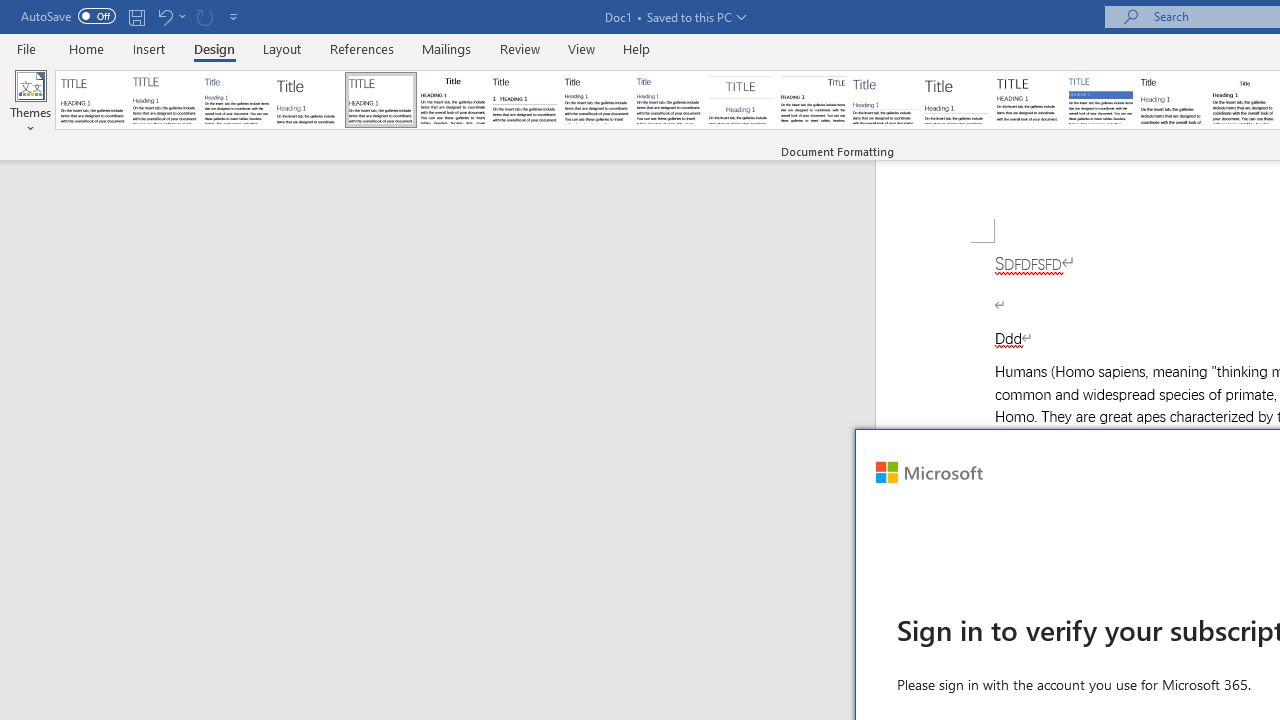 The height and width of the screenshot is (720, 1280). What do you see at coordinates (1173, 100) in the screenshot?
I see `'Word'` at bounding box center [1173, 100].